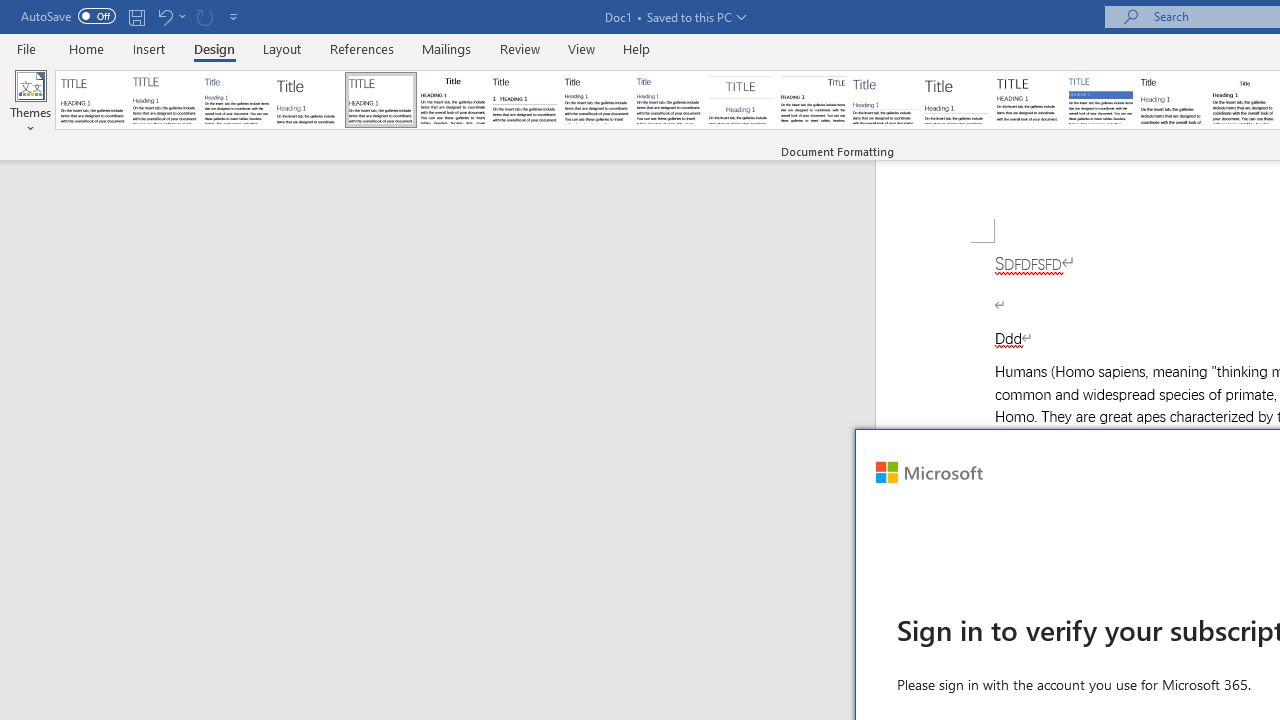 The height and width of the screenshot is (720, 1280). What do you see at coordinates (1173, 100) in the screenshot?
I see `'Word'` at bounding box center [1173, 100].